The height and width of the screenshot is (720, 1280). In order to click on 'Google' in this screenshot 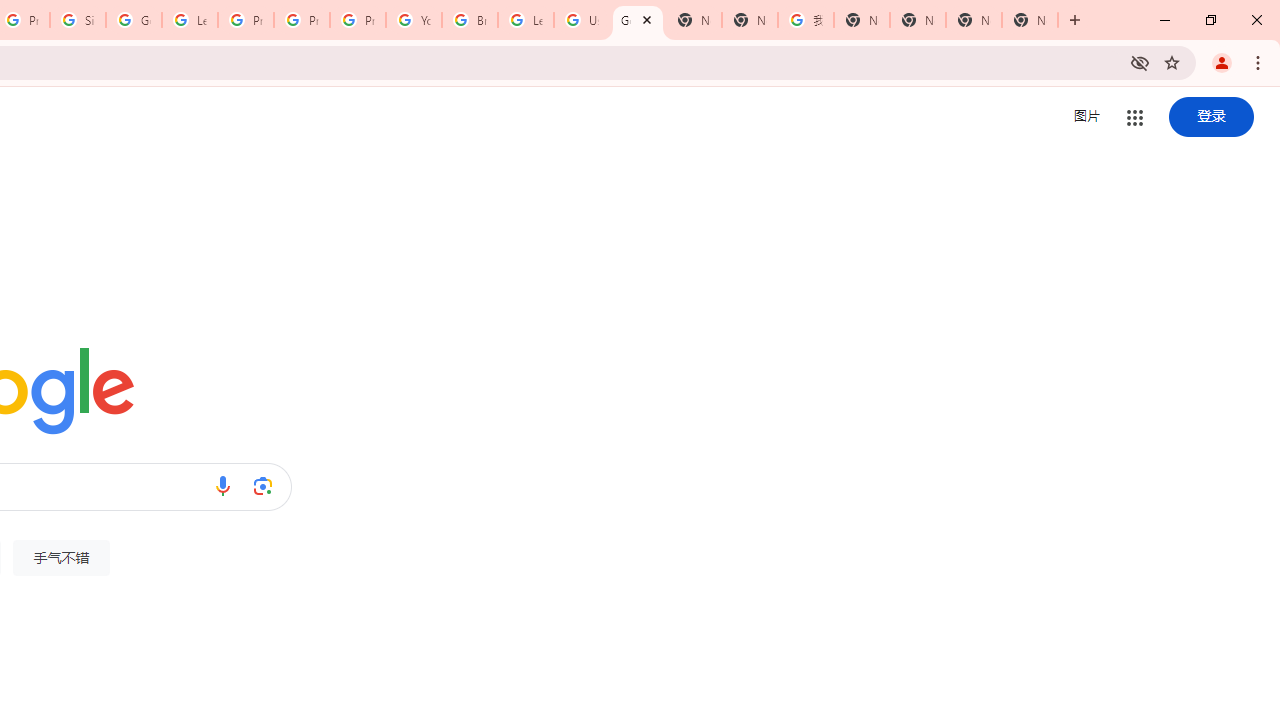, I will do `click(637, 20)`.